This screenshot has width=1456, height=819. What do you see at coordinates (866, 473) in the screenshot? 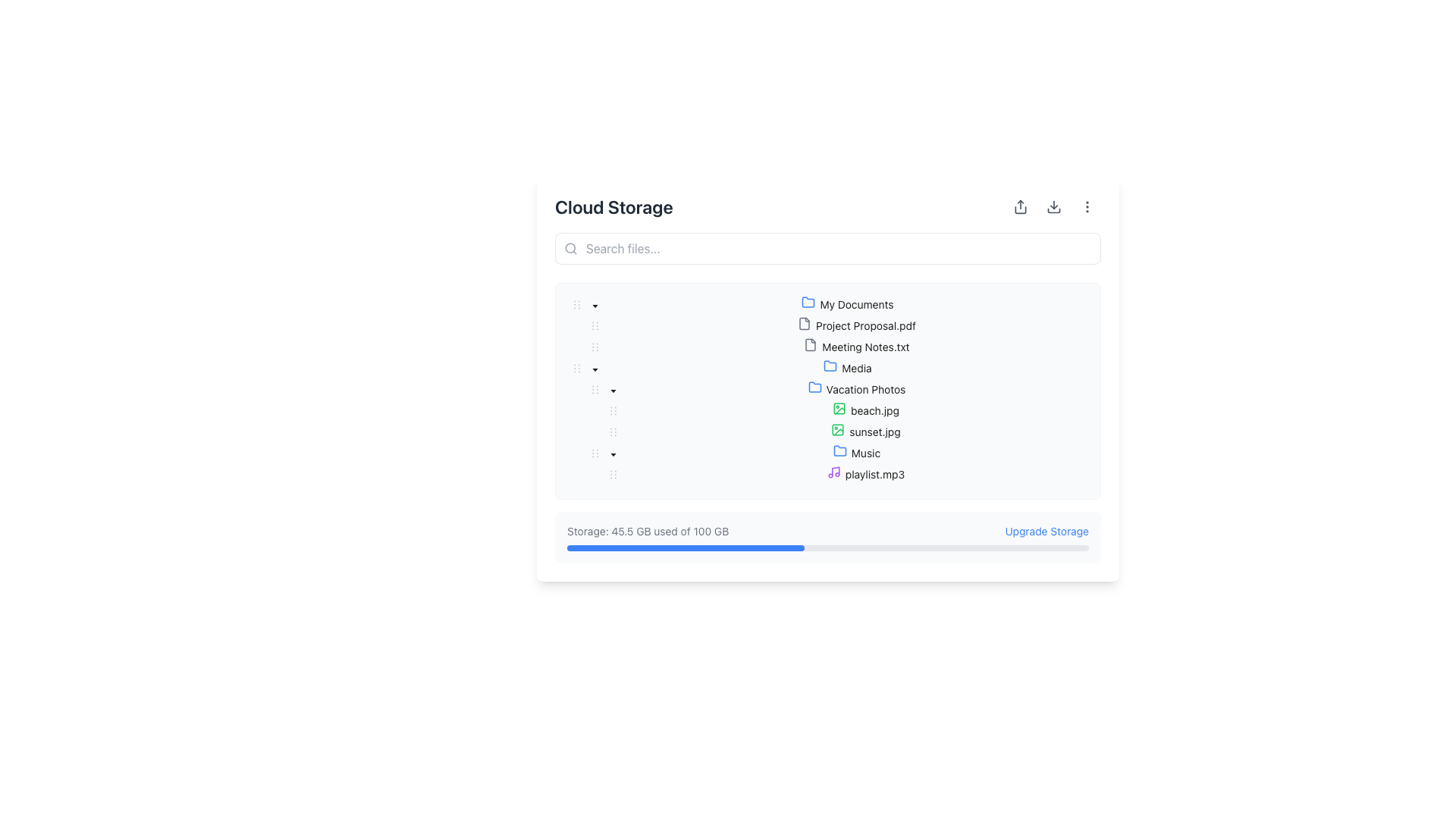
I see `the tree node element representing the file 'playlist.mp3'` at bounding box center [866, 473].